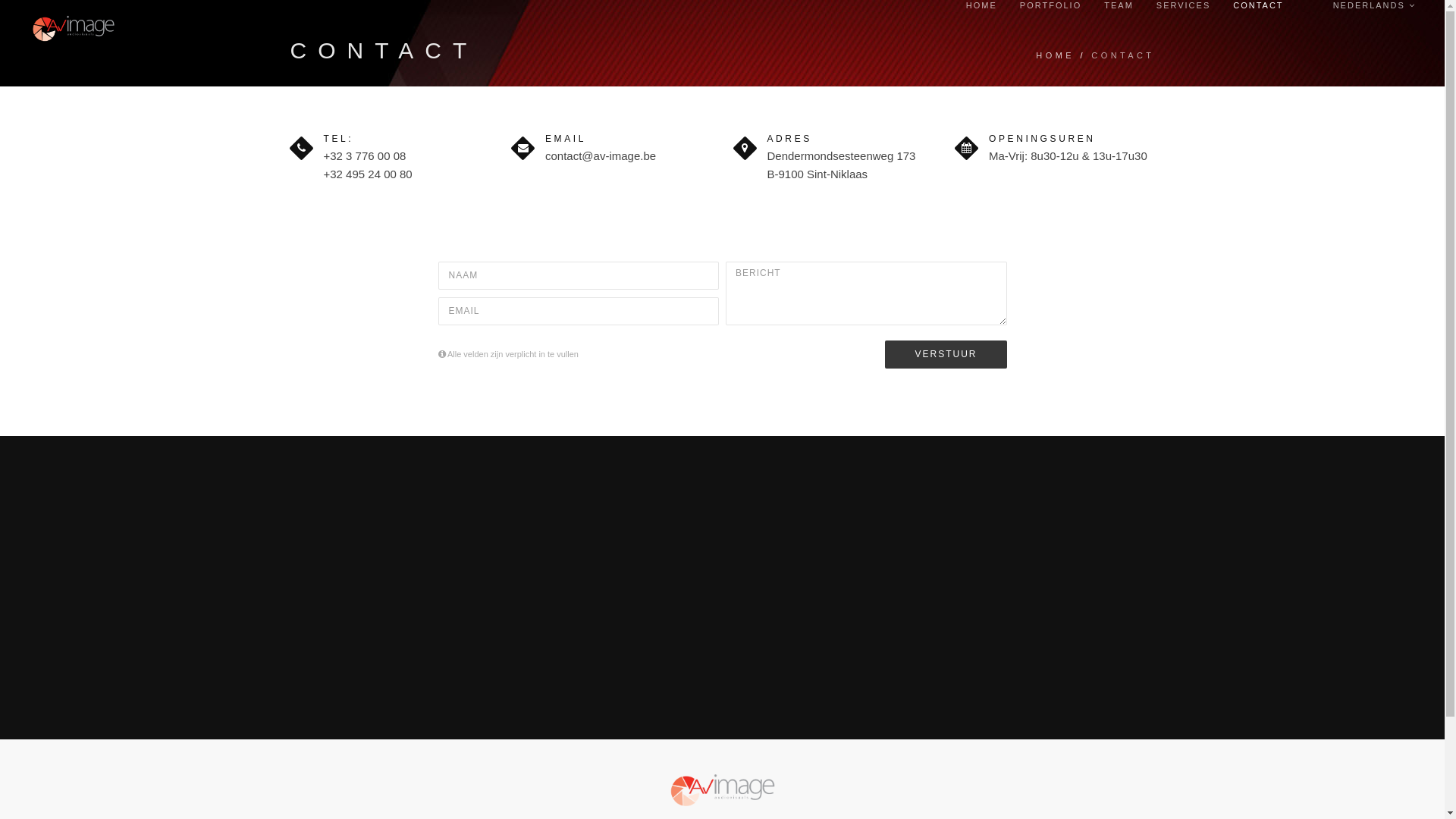  Describe the element at coordinates (1156, 5) in the screenshot. I see `'SERVICES'` at that location.